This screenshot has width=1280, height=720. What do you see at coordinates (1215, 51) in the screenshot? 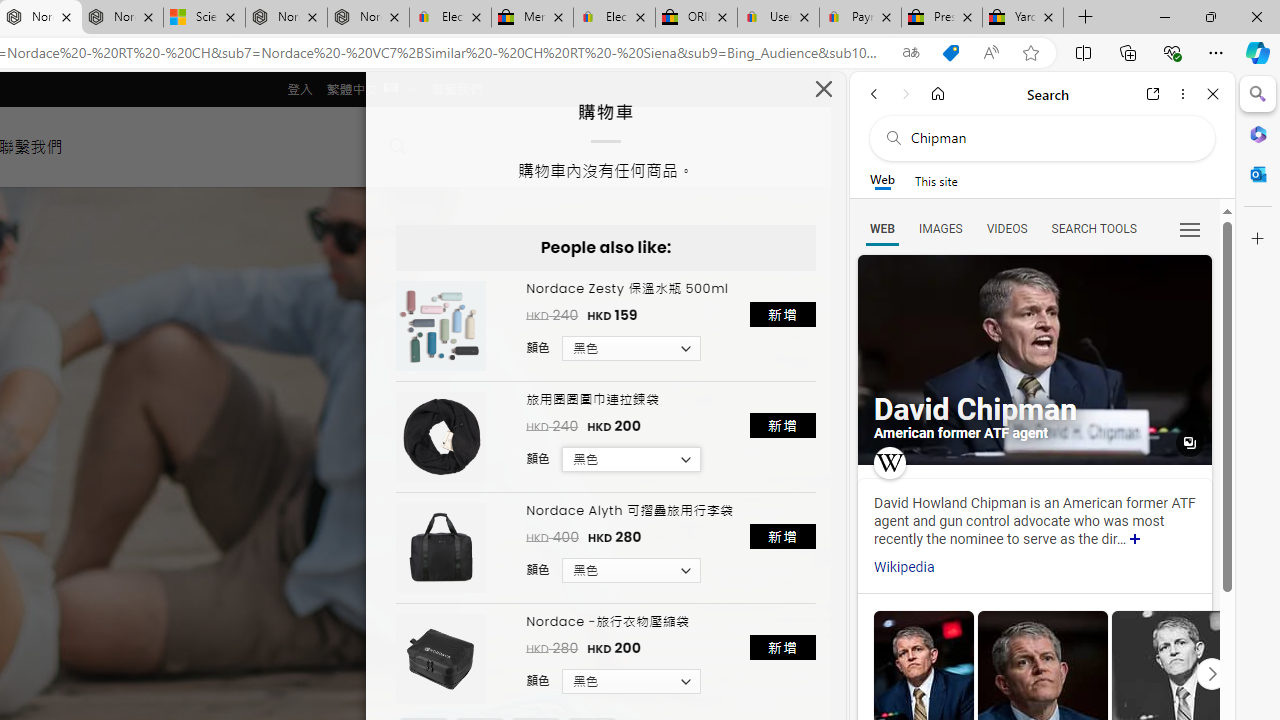
I see `'Settings and more (Alt+F)'` at bounding box center [1215, 51].